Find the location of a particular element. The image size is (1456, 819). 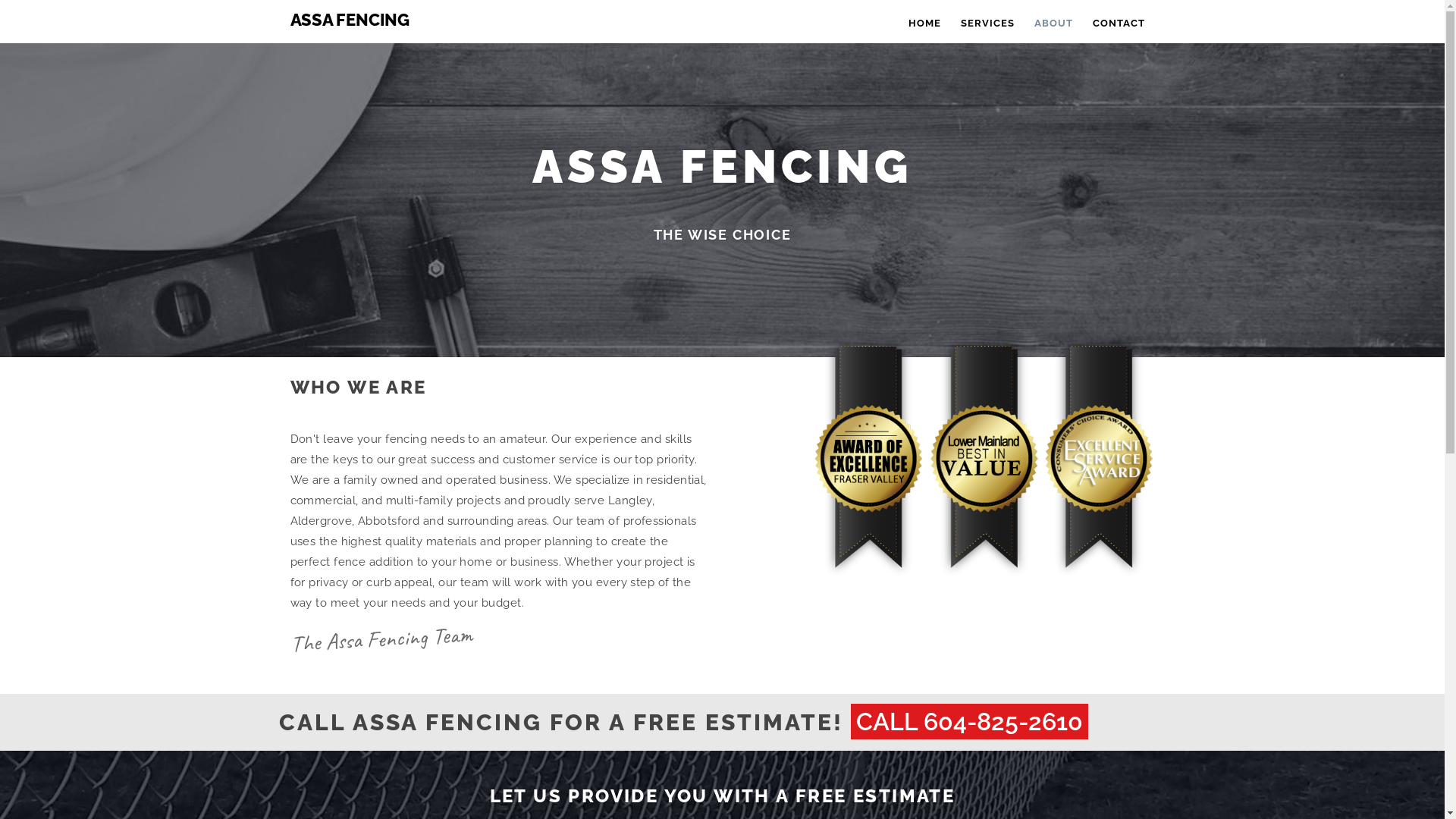

'HOME' is located at coordinates (923, 20).